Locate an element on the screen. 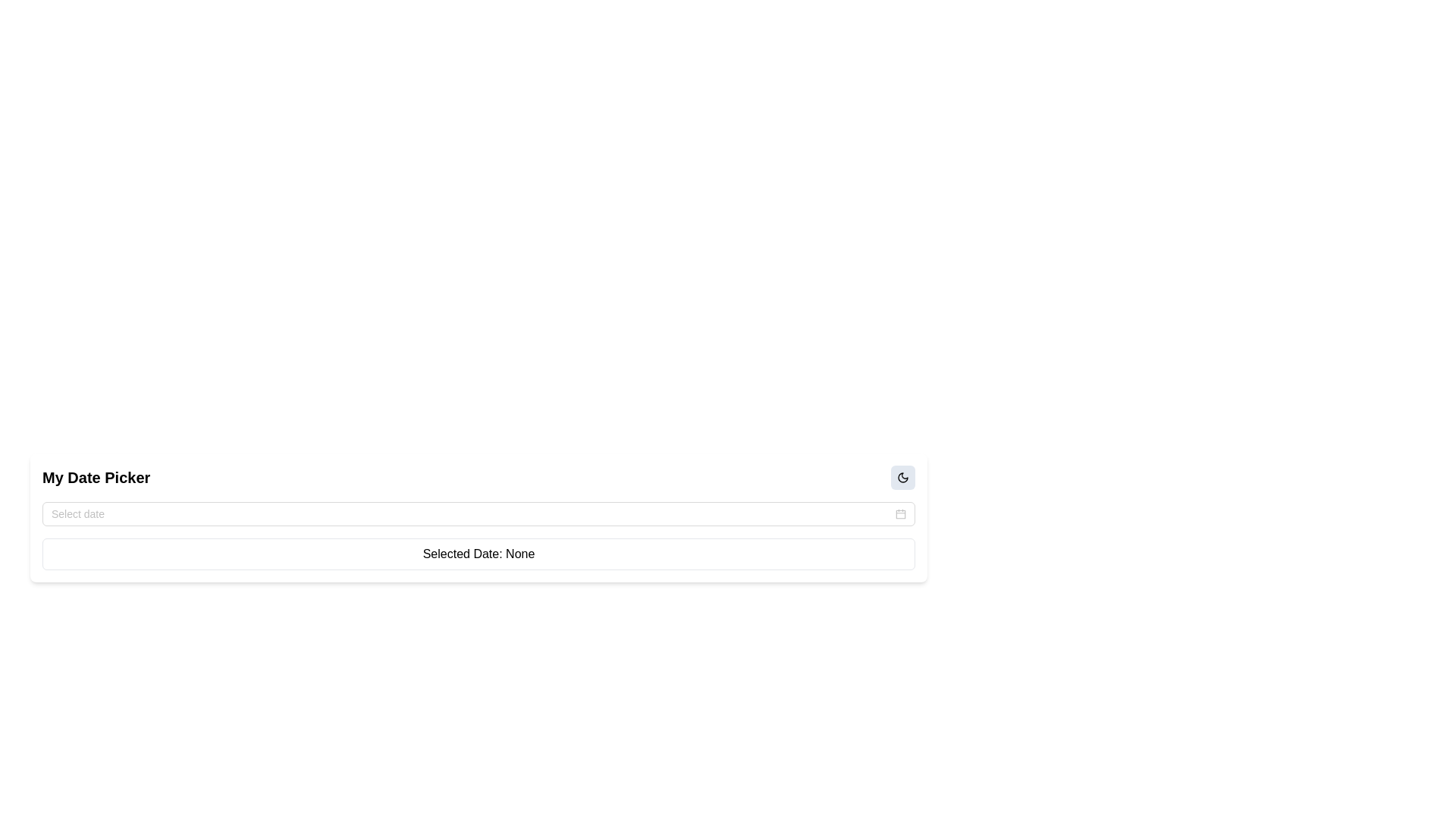 Image resolution: width=1456 pixels, height=819 pixels. the moon-shaped icon that indicates dark mode functionality, located in the top-right corner of the application's main content area is located at coordinates (902, 476).